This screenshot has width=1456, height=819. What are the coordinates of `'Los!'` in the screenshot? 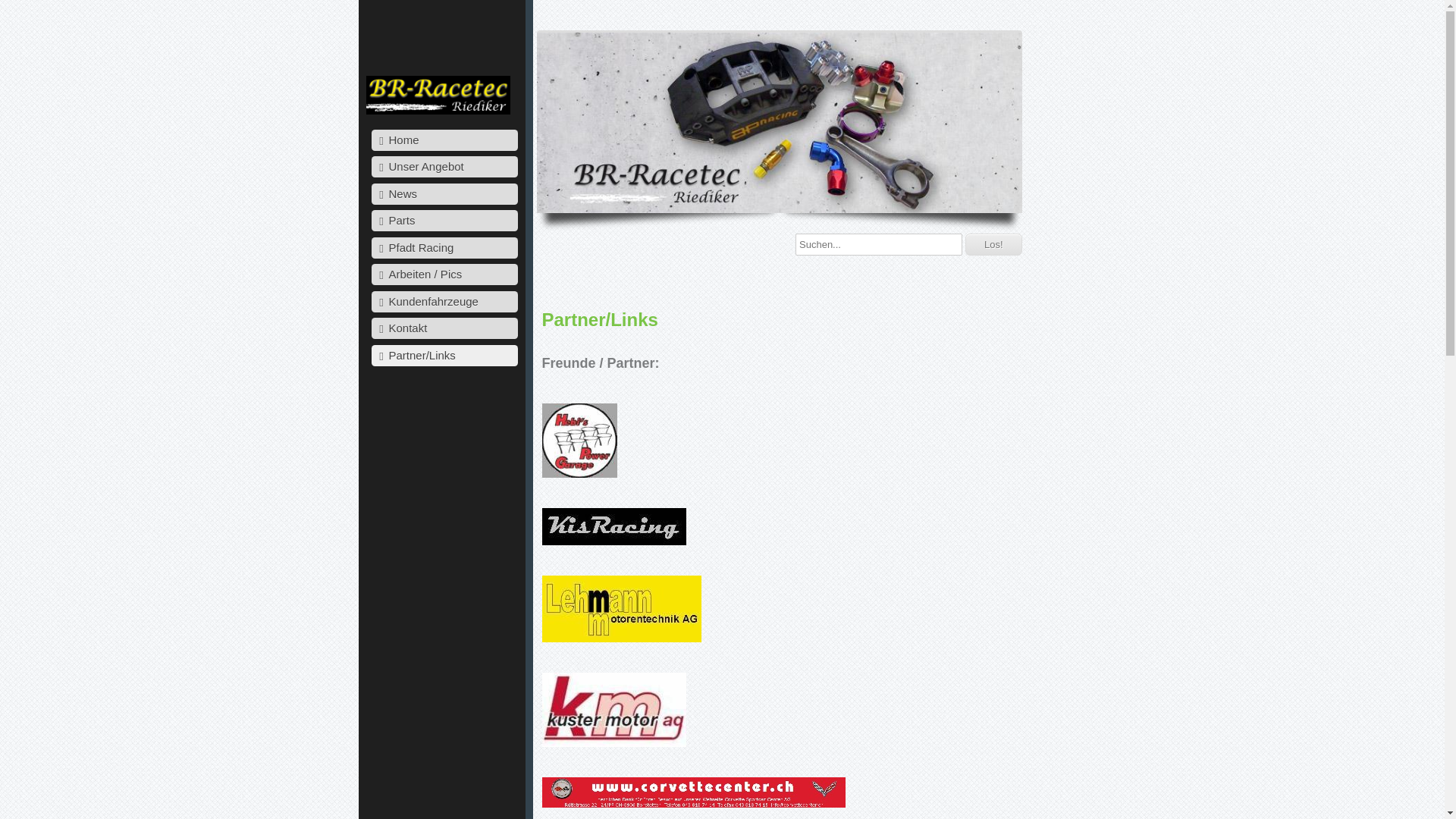 It's located at (993, 243).